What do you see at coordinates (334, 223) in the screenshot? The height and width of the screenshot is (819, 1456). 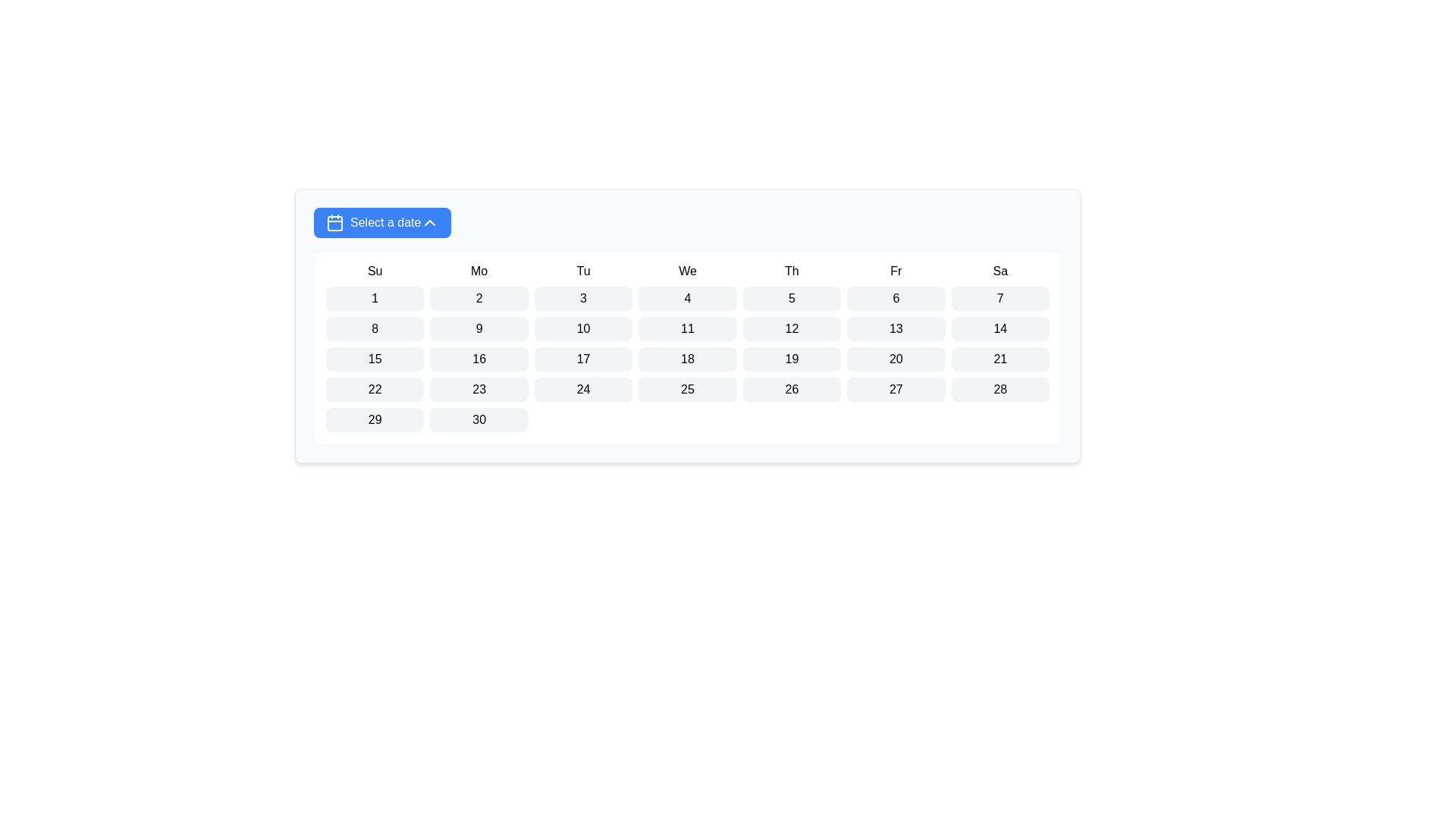 I see `the graphical icon component of the calendar icon located inside the blue rectangular button labeled 'Select a date'` at bounding box center [334, 223].